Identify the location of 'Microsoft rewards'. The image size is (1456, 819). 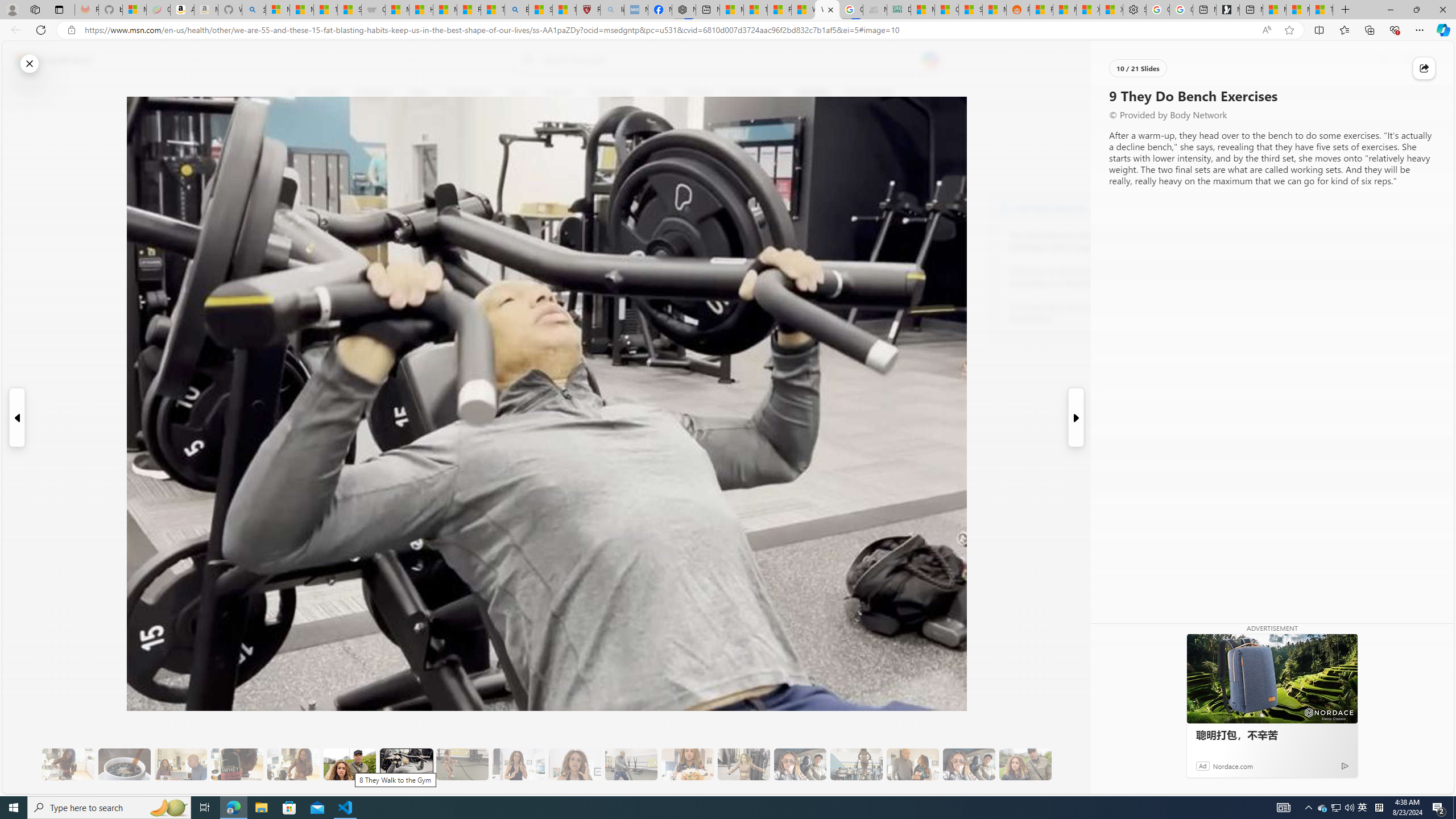
(1383, 60).